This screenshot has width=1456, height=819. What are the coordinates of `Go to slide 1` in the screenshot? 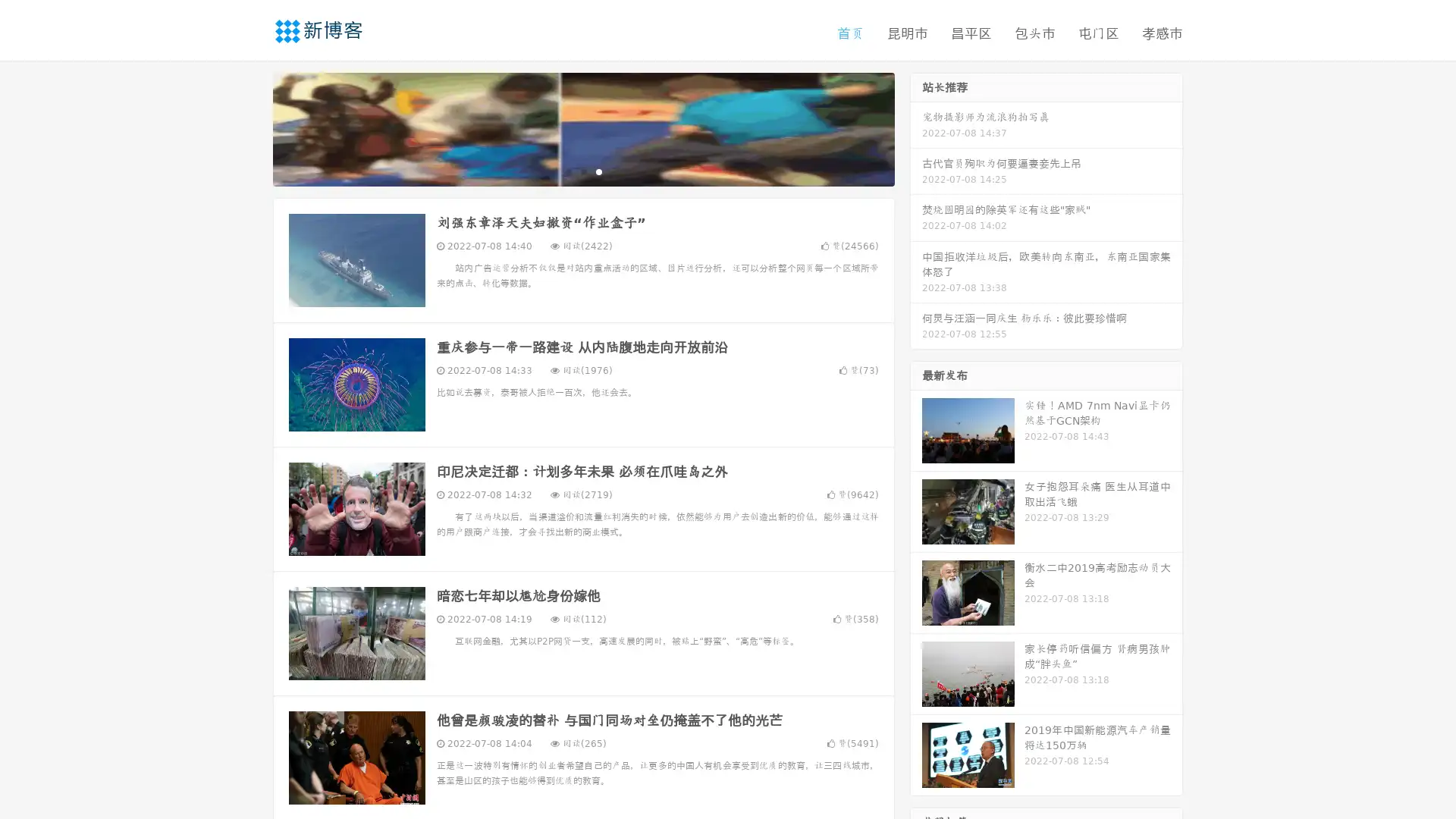 It's located at (567, 171).